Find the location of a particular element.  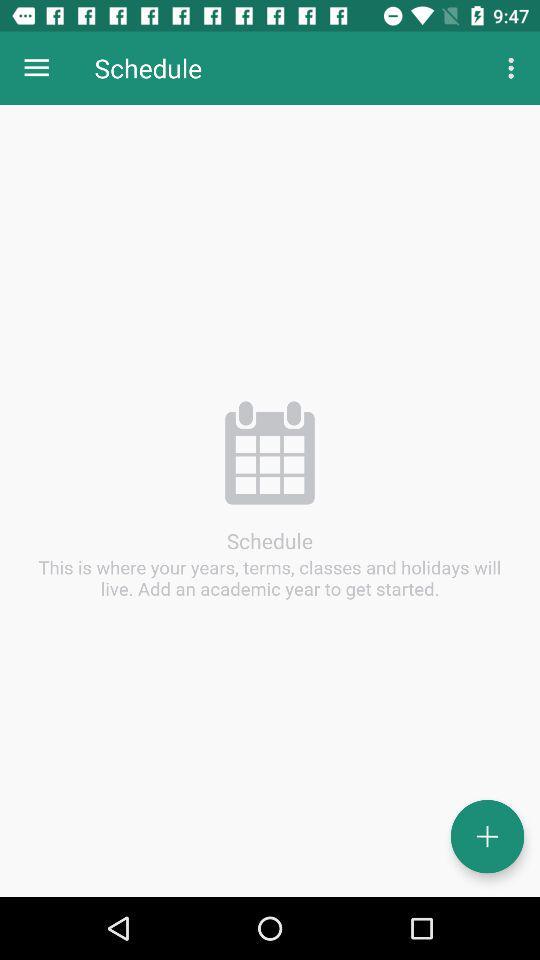

the add icon is located at coordinates (486, 836).